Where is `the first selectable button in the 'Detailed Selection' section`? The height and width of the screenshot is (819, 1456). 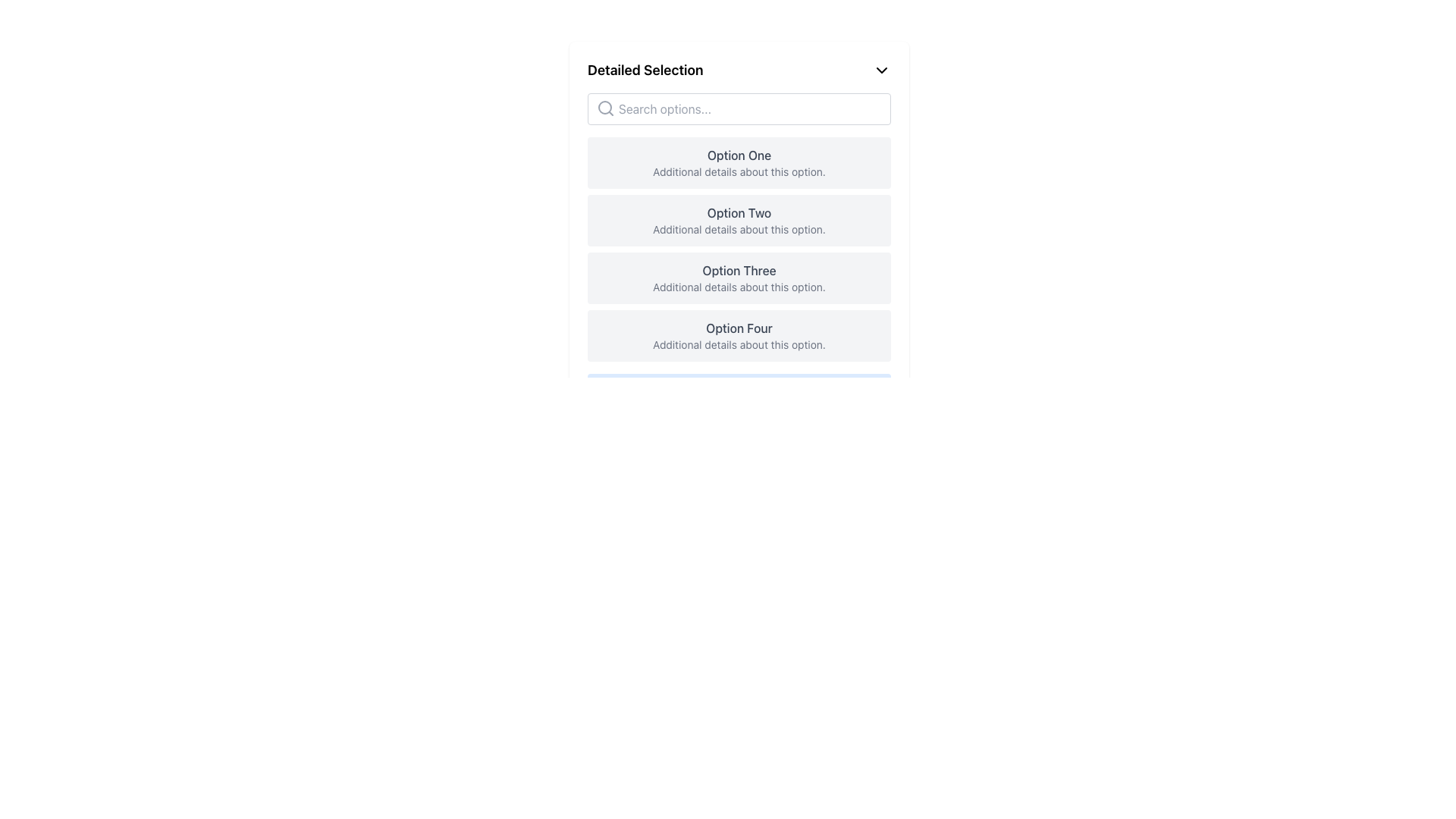 the first selectable button in the 'Detailed Selection' section is located at coordinates (739, 163).